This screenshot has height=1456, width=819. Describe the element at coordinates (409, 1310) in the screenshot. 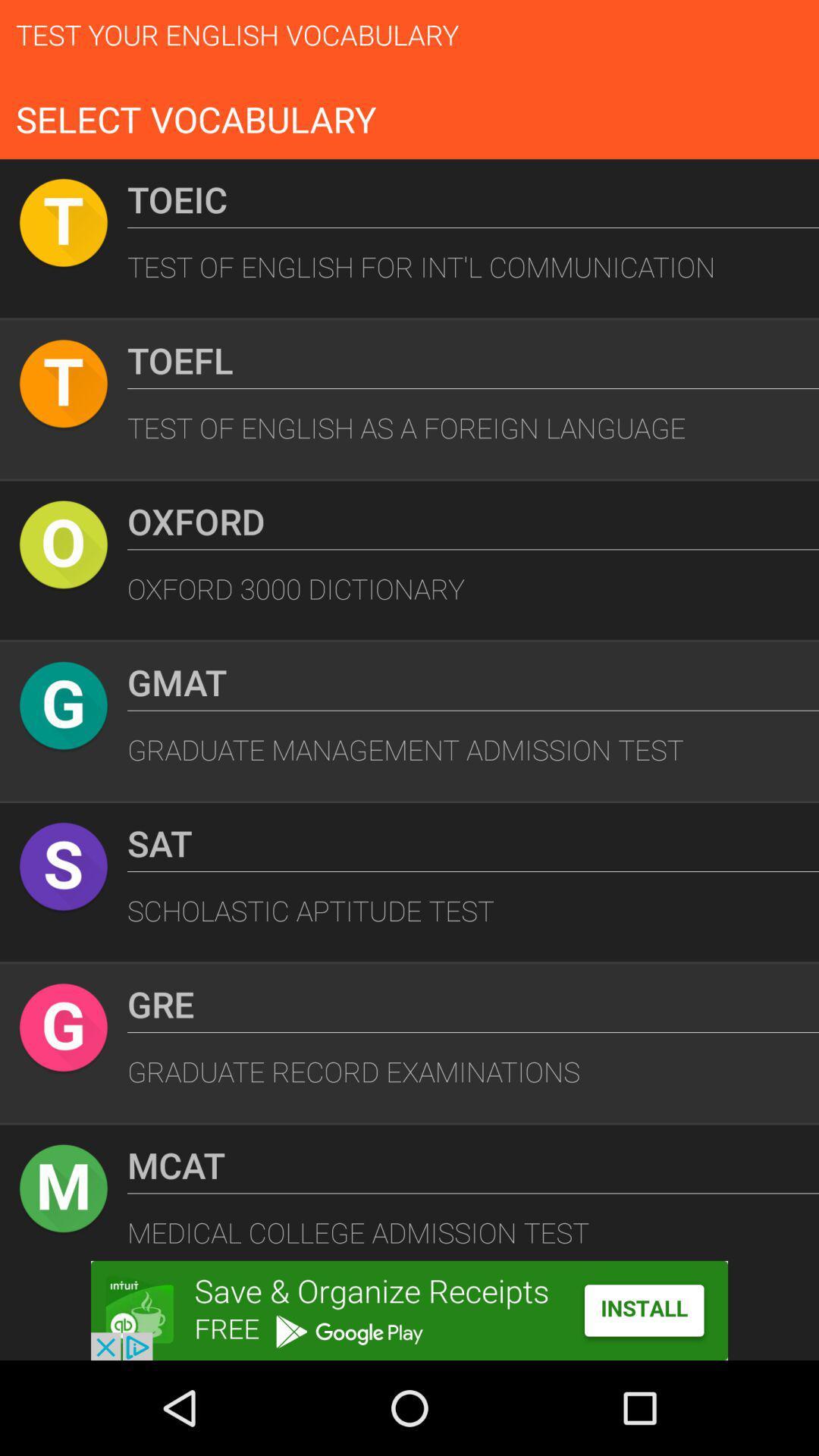

I see `the advertisement` at that location.